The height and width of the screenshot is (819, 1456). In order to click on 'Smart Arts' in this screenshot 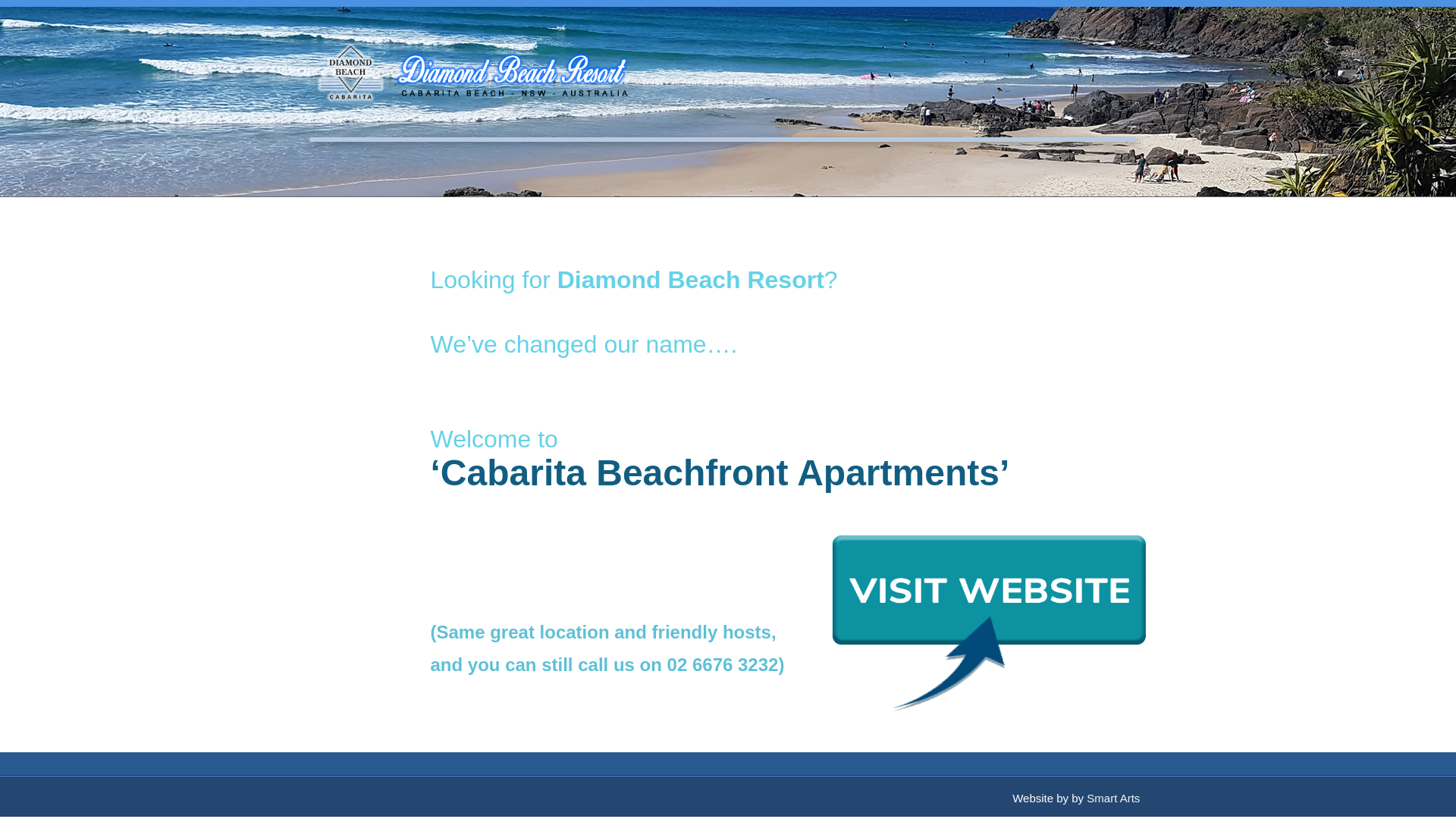, I will do `click(1113, 797)`.